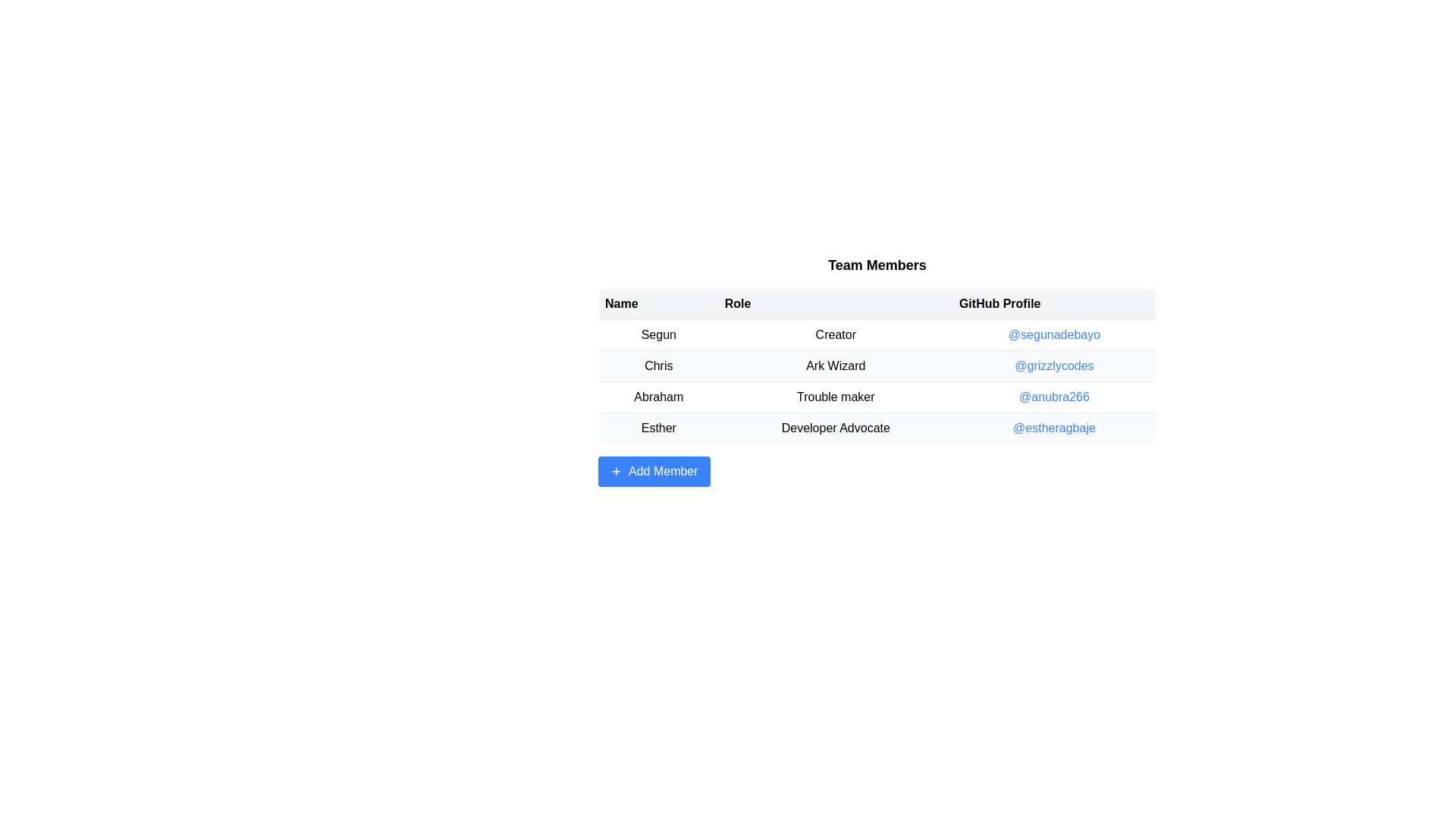 This screenshot has width=1456, height=819. Describe the element at coordinates (658, 334) in the screenshot. I see `the text label displaying 'Segun', which is styled in bold black sans-serif font and positioned in the first row of a tabular layout as the 'Name' entry` at that location.